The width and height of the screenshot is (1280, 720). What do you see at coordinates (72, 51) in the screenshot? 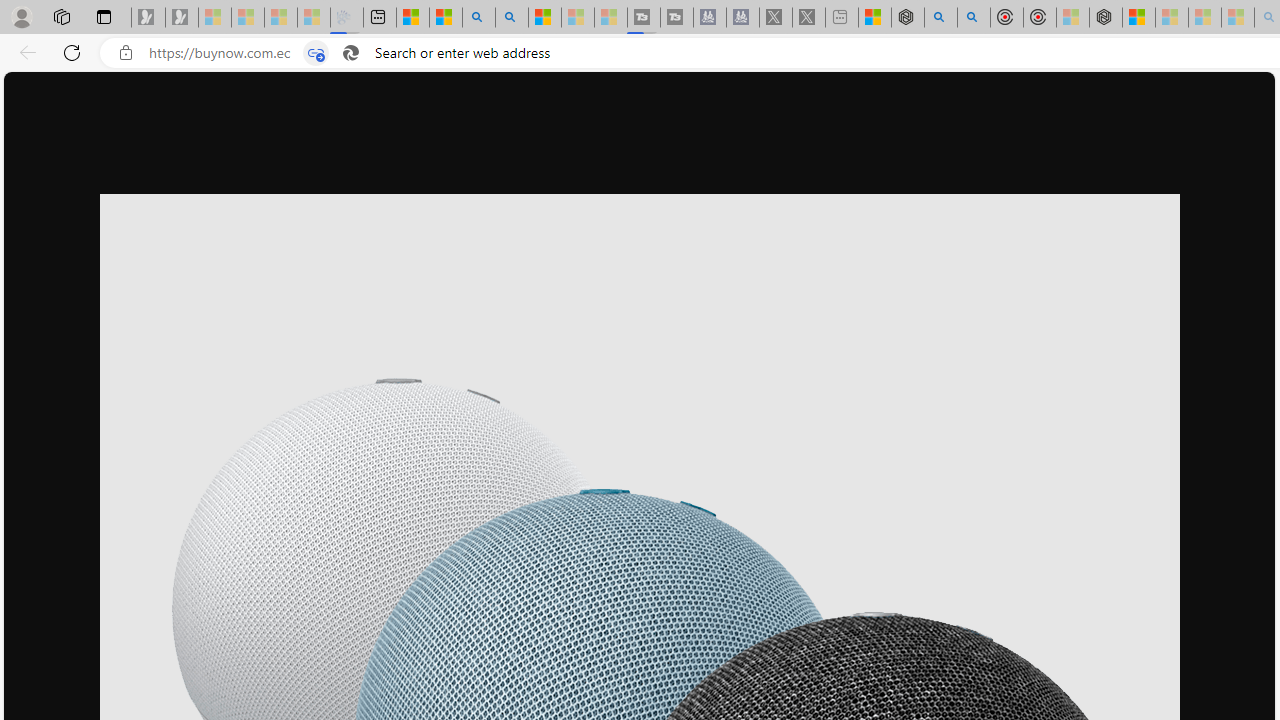
I see `'Refresh'` at bounding box center [72, 51].